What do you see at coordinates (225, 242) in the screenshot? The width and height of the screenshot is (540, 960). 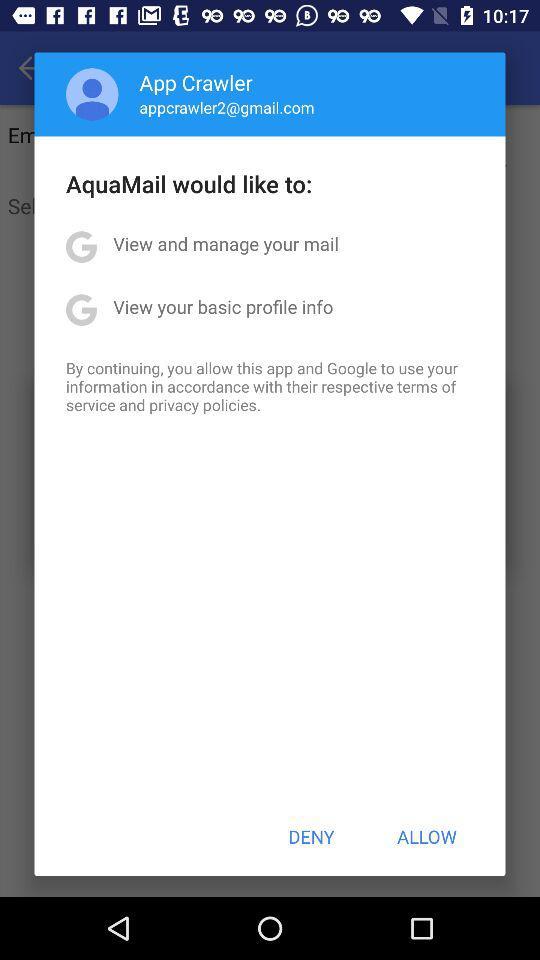 I see `the icon above view your basic` at bounding box center [225, 242].